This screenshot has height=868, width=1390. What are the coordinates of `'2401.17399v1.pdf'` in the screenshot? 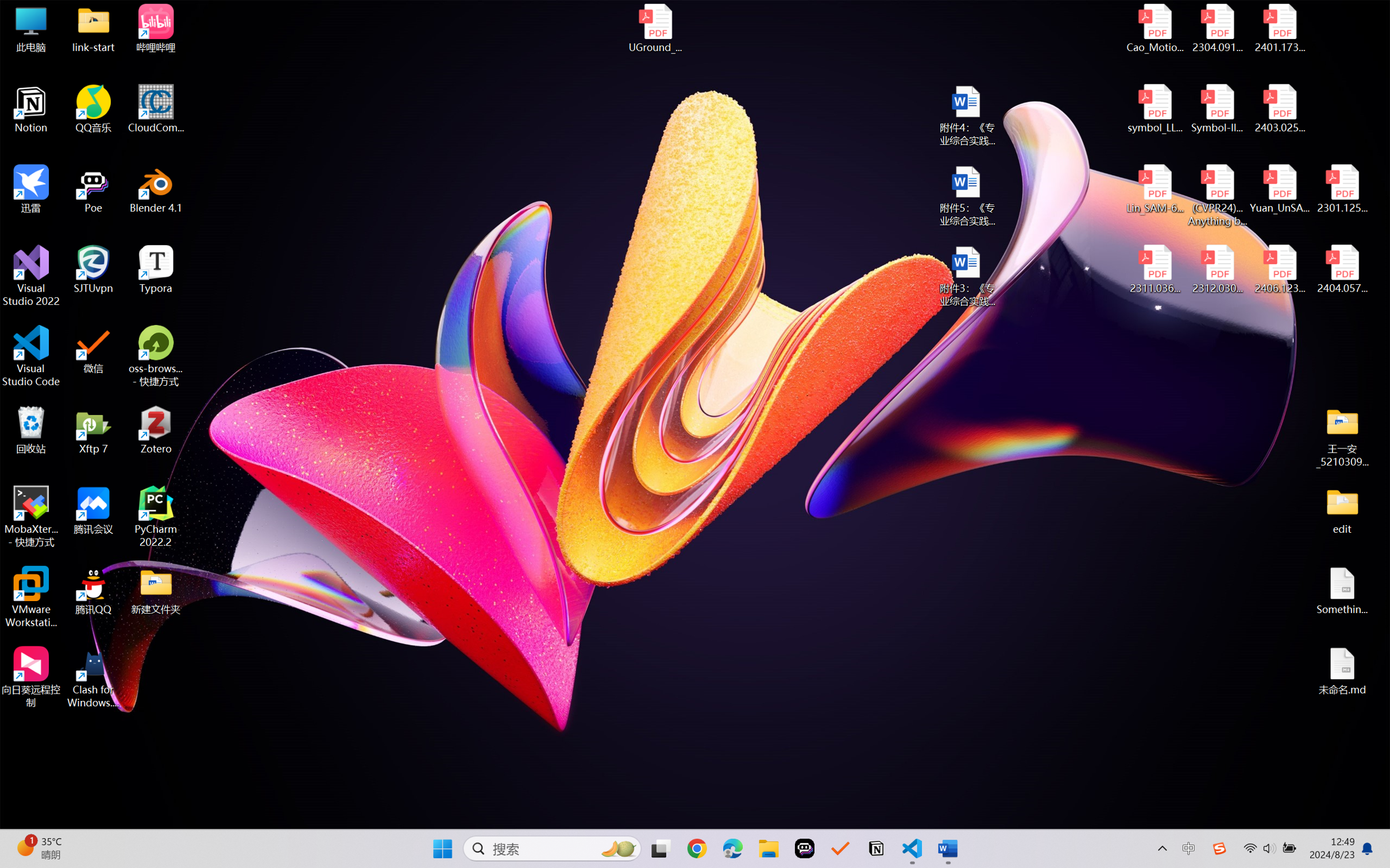 It's located at (1279, 28).